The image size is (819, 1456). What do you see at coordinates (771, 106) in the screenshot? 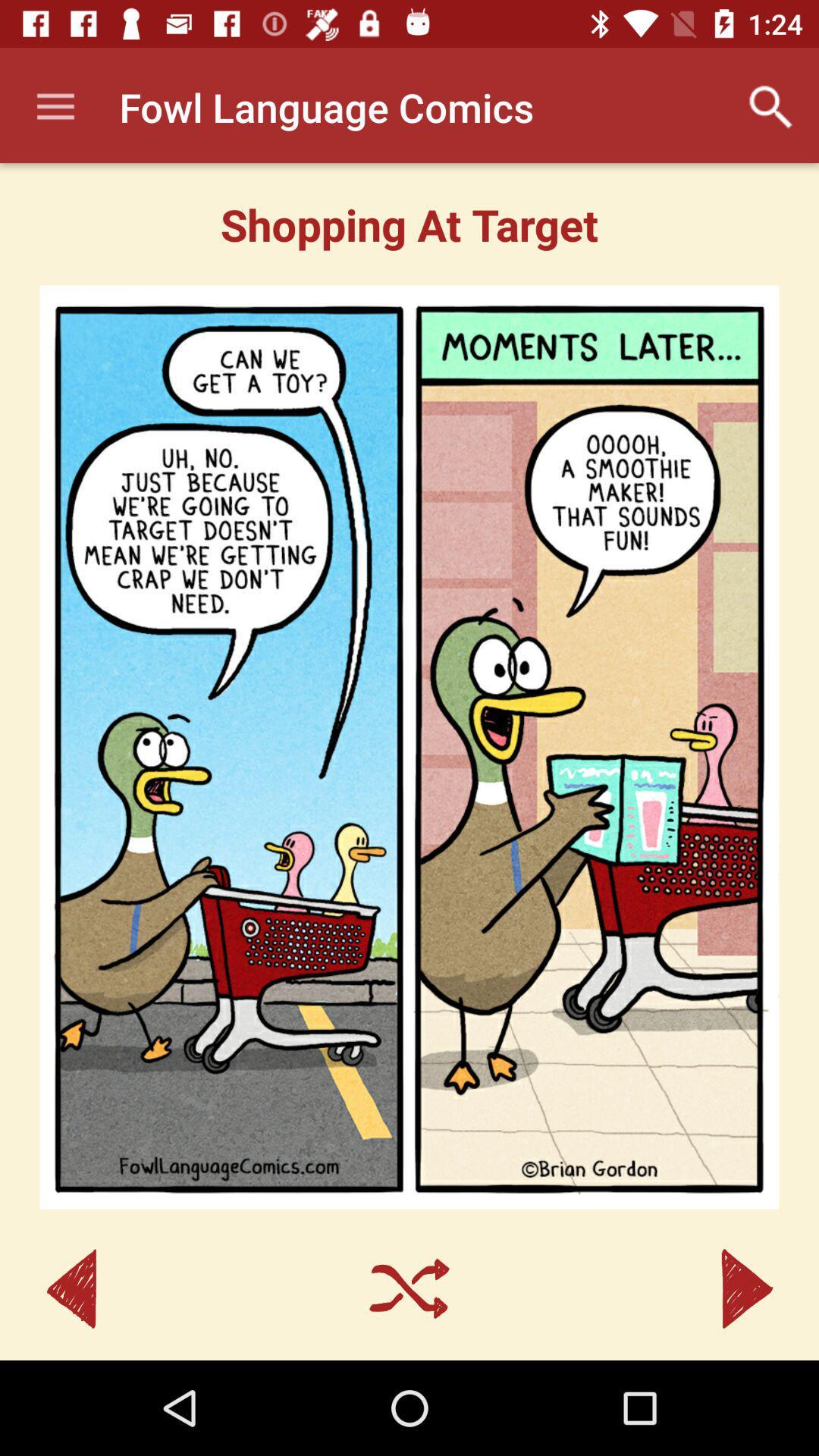
I see `icon next to the fowl language comics` at bounding box center [771, 106].